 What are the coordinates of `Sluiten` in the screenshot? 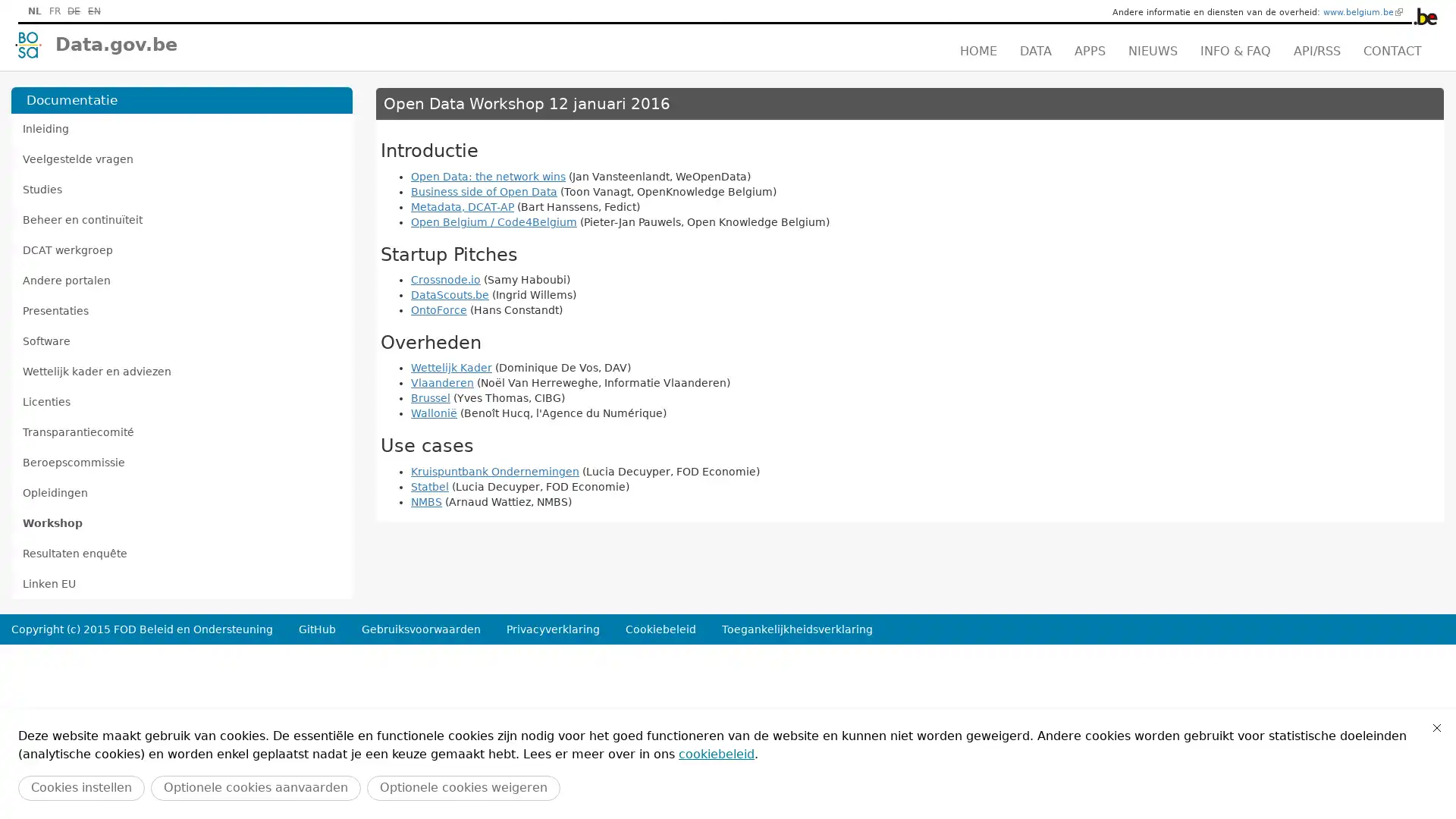 It's located at (1436, 727).